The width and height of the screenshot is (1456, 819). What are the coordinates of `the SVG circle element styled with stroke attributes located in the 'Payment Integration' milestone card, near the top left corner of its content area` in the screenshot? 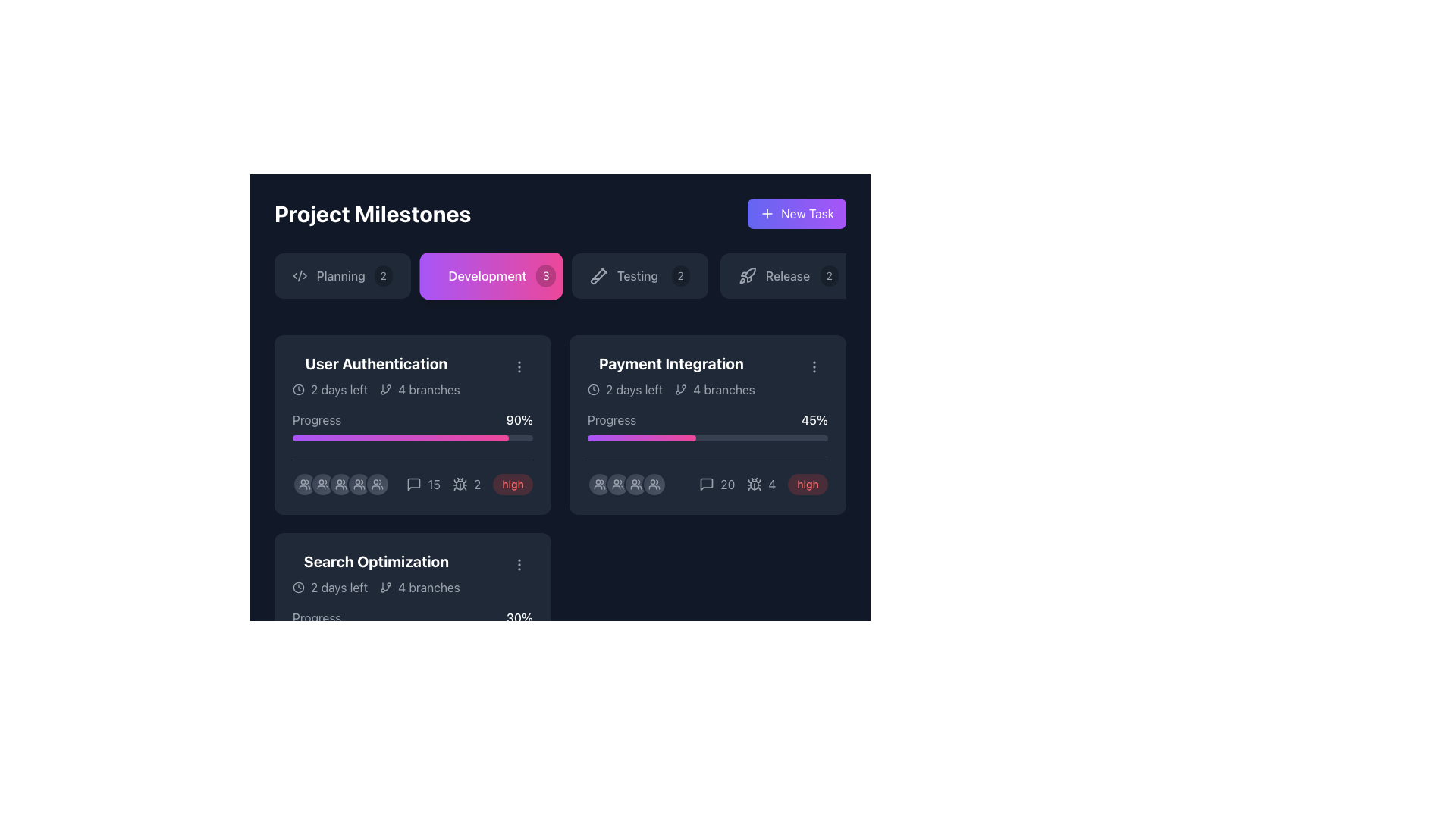 It's located at (592, 388).